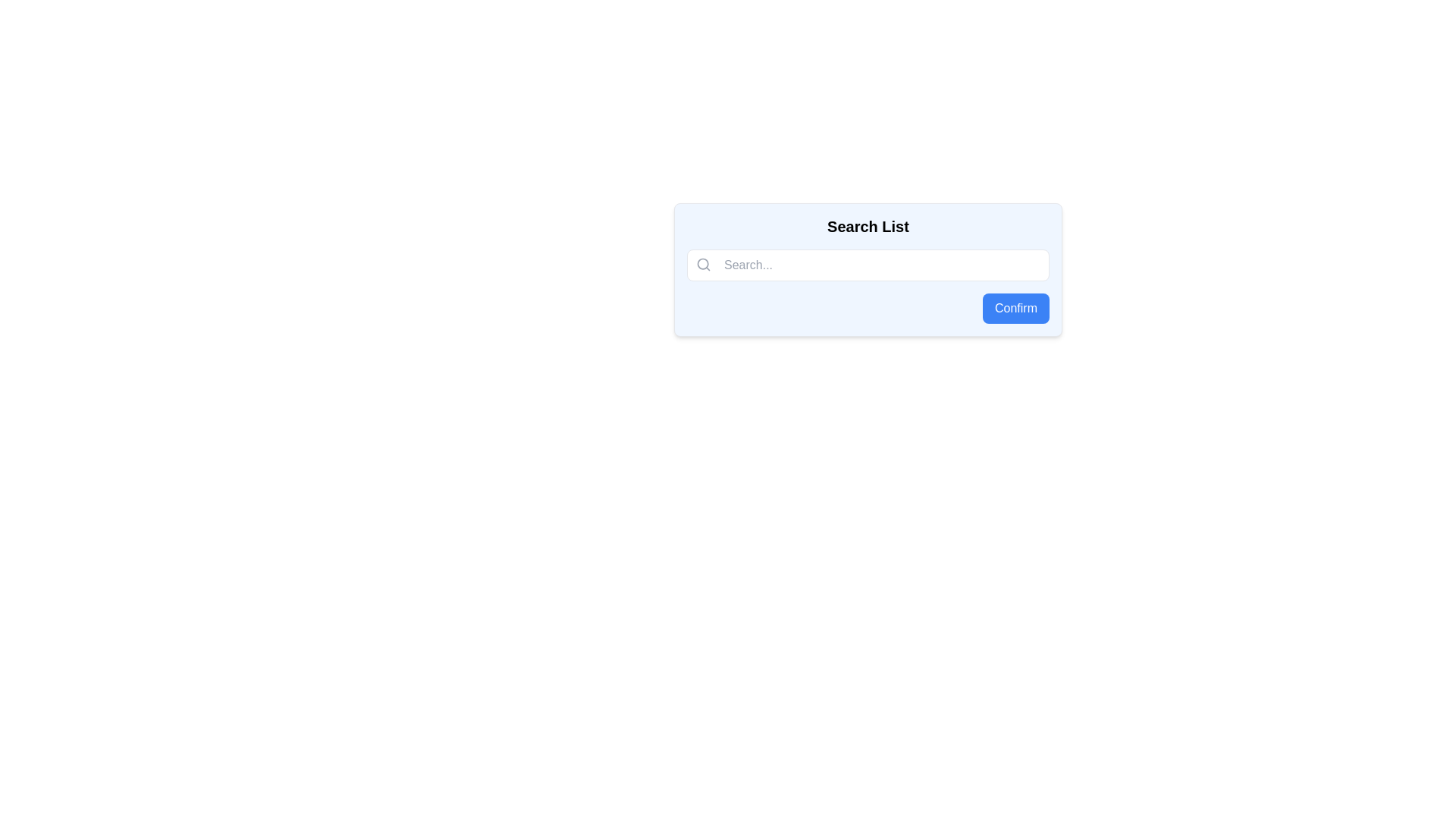  Describe the element at coordinates (702, 263) in the screenshot. I see `the search icon located at the left end of the input bar, next to the placeholder text 'Search...'` at that location.